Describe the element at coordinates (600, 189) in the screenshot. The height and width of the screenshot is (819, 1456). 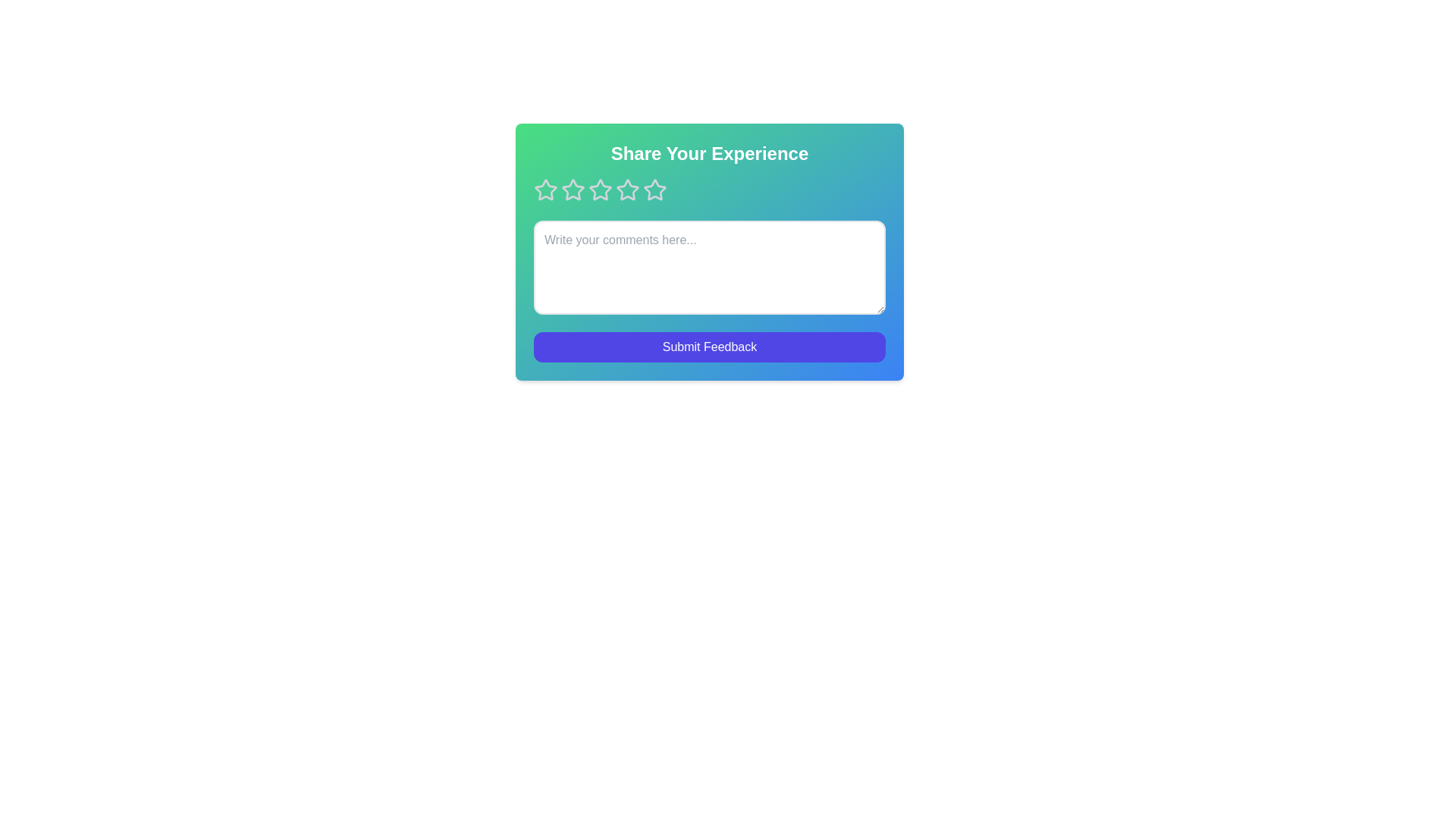
I see `the star corresponding to 3 stars to preview the rating` at that location.